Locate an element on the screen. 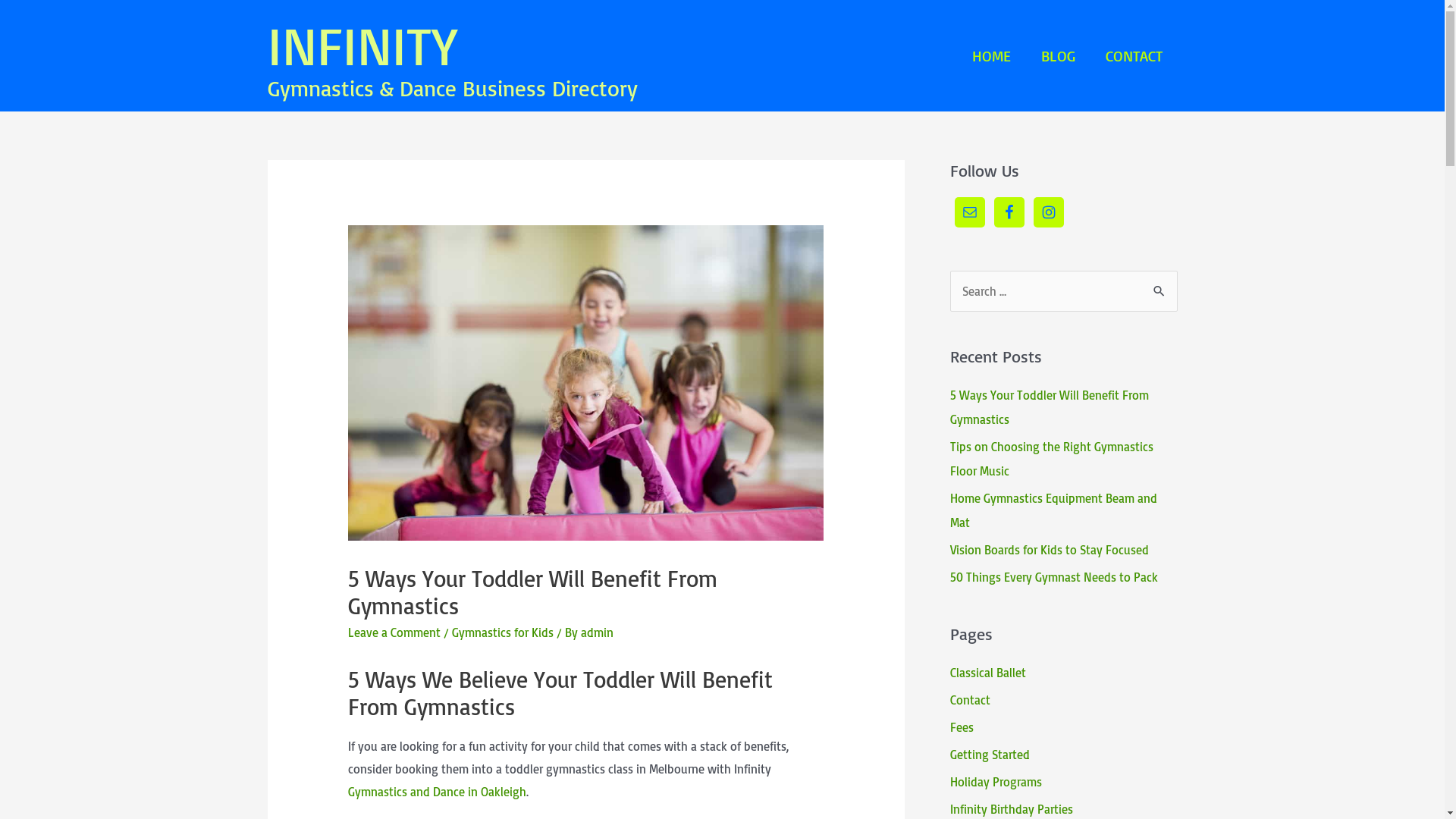 This screenshot has width=1456, height=819. 'BLOG' is located at coordinates (1056, 55).